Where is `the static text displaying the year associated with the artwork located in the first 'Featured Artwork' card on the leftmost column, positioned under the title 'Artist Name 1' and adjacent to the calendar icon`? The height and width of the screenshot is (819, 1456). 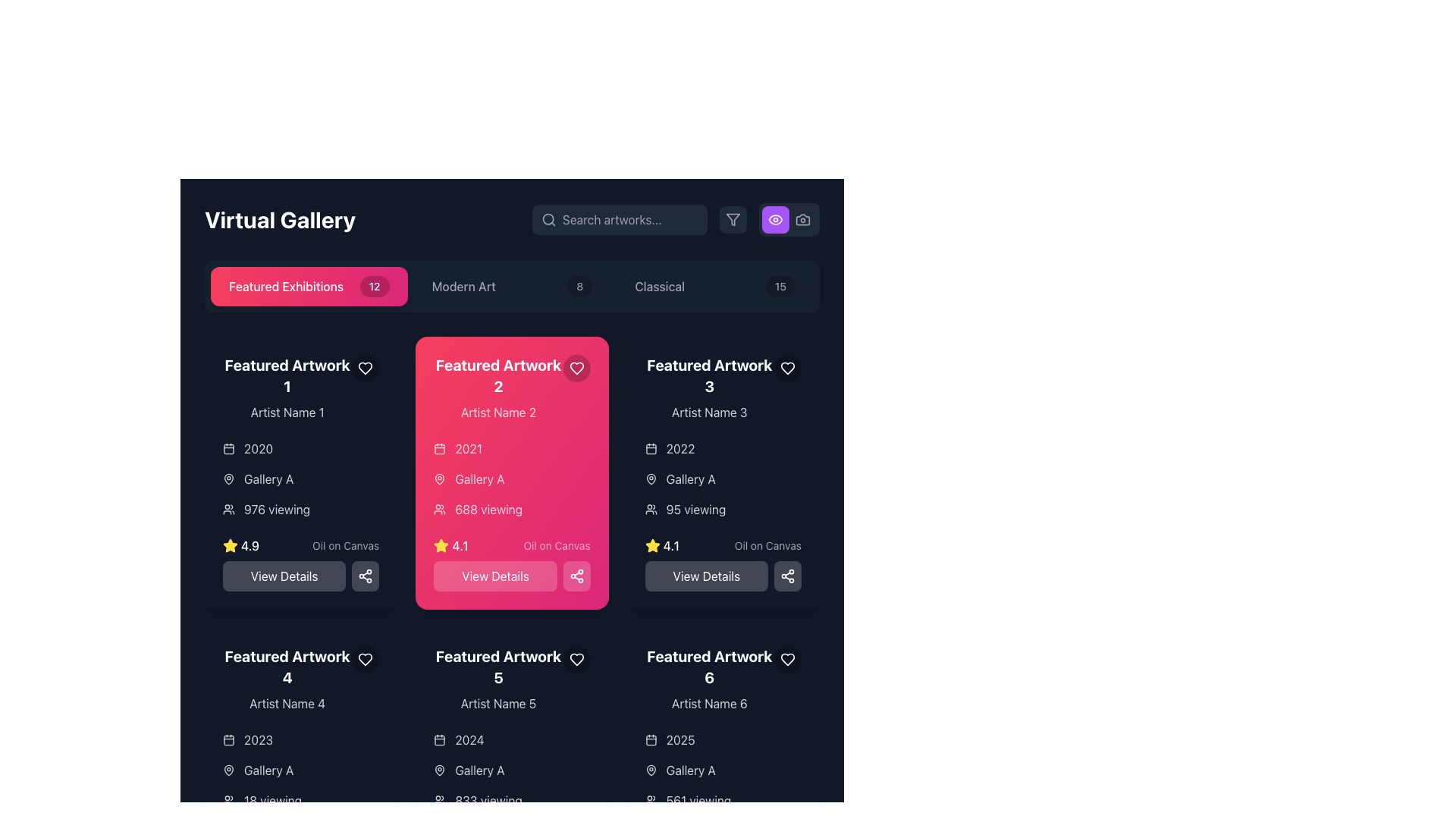 the static text displaying the year associated with the artwork located in the first 'Featured Artwork' card on the leftmost column, positioned under the title 'Artist Name 1' and adjacent to the calendar icon is located at coordinates (258, 447).